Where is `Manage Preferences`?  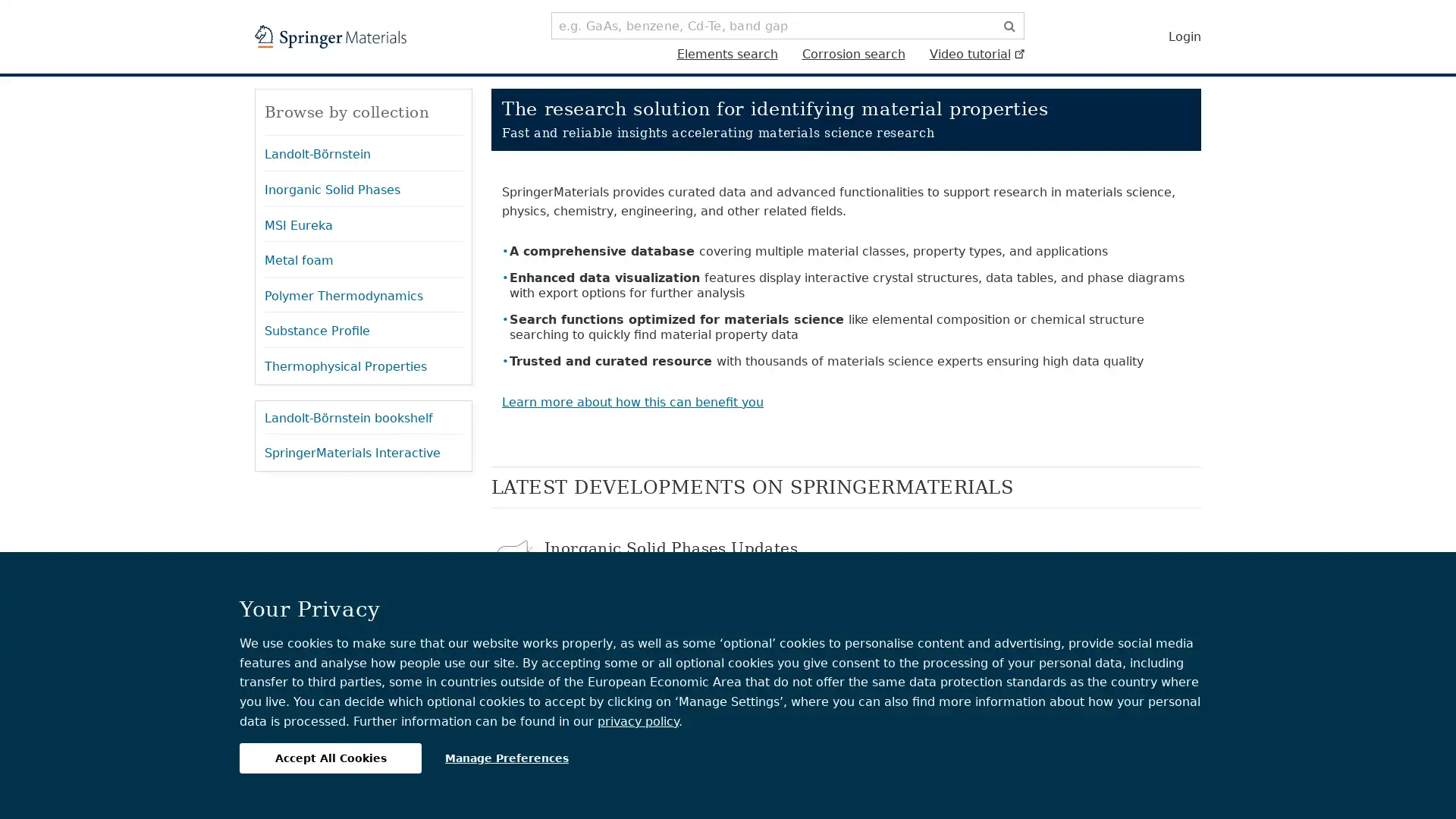
Manage Preferences is located at coordinates (507, 758).